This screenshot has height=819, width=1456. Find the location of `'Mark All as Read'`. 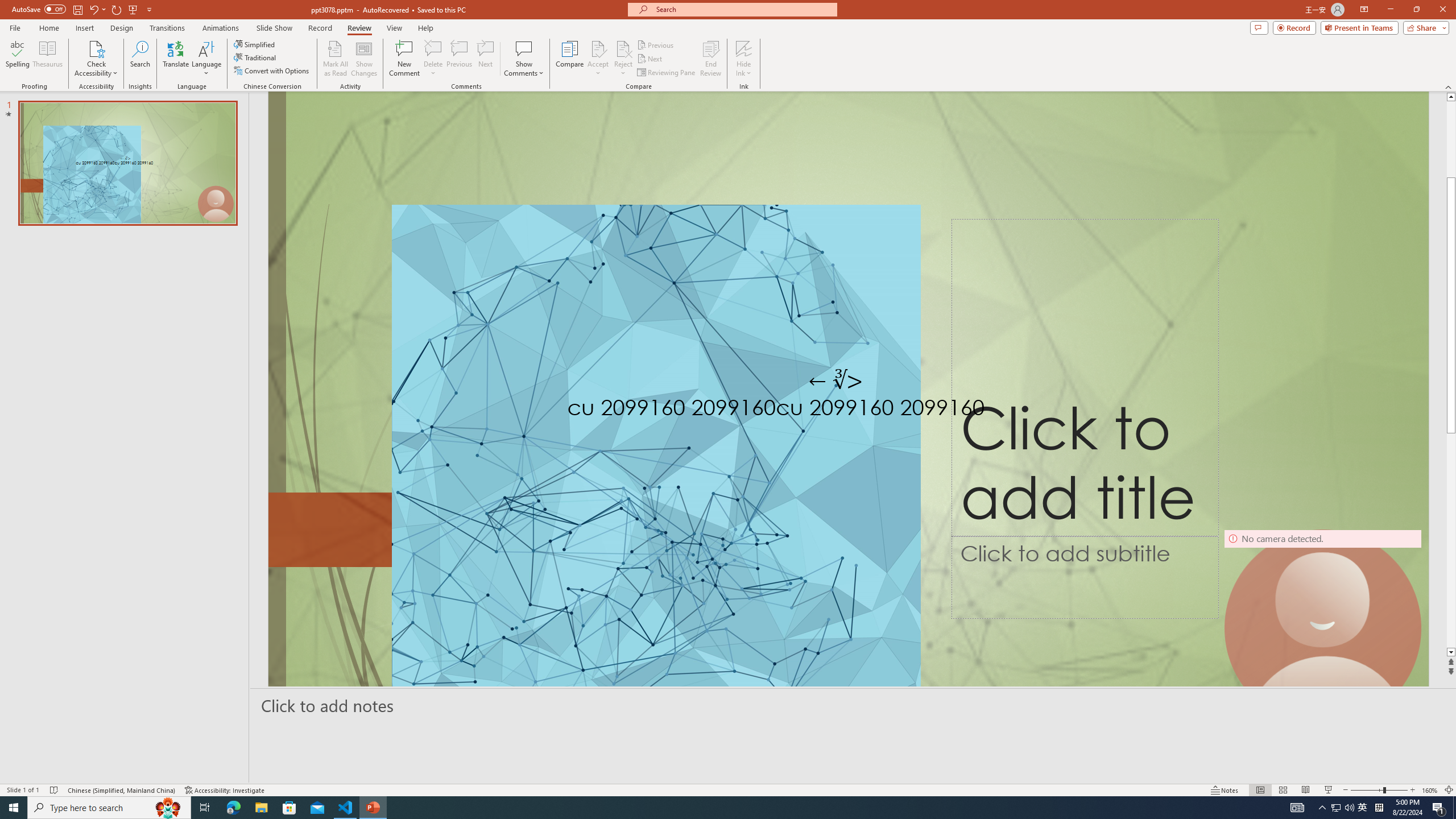

'Mark All as Read' is located at coordinates (336, 59).